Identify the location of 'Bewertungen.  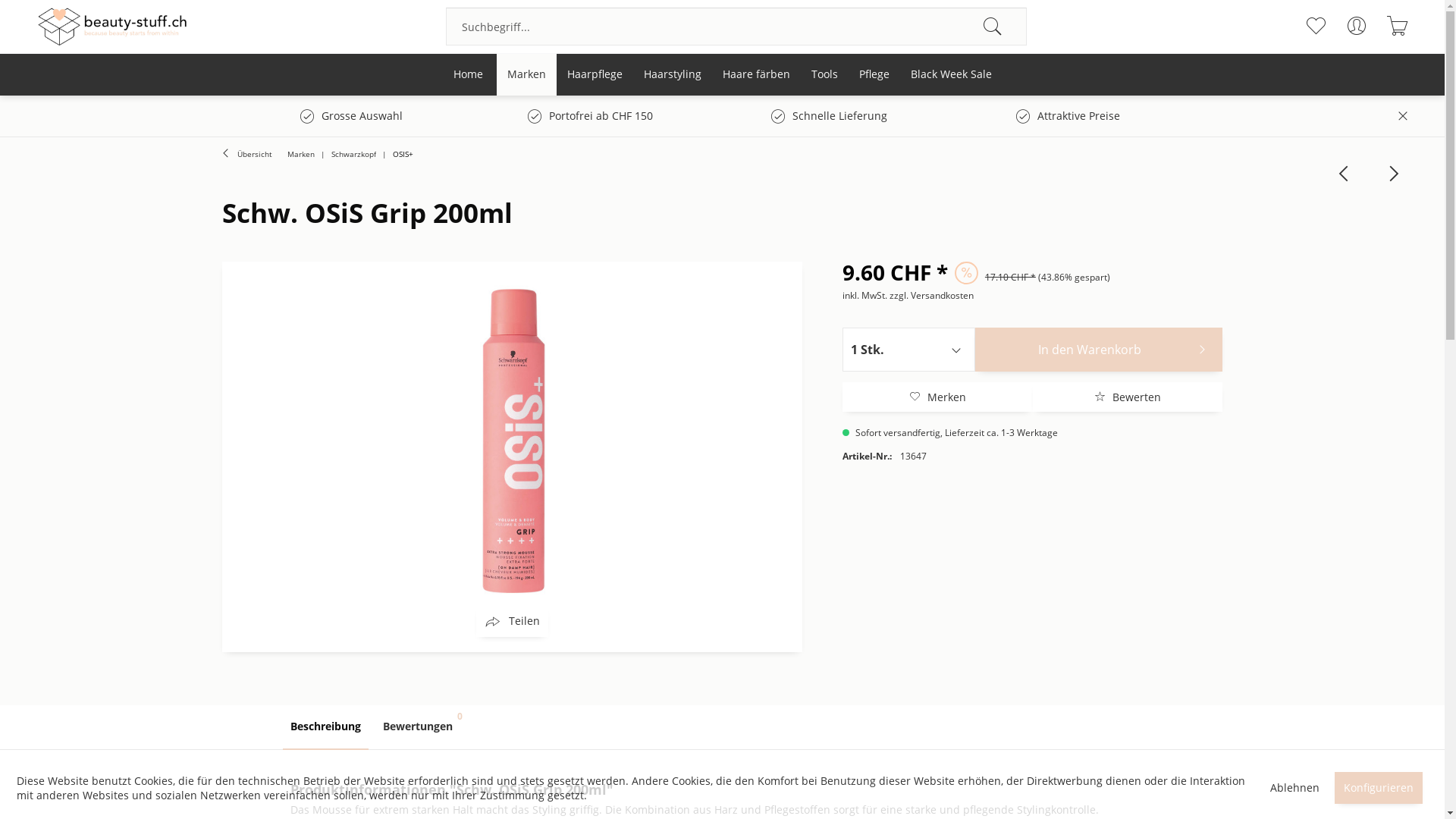
(375, 727).